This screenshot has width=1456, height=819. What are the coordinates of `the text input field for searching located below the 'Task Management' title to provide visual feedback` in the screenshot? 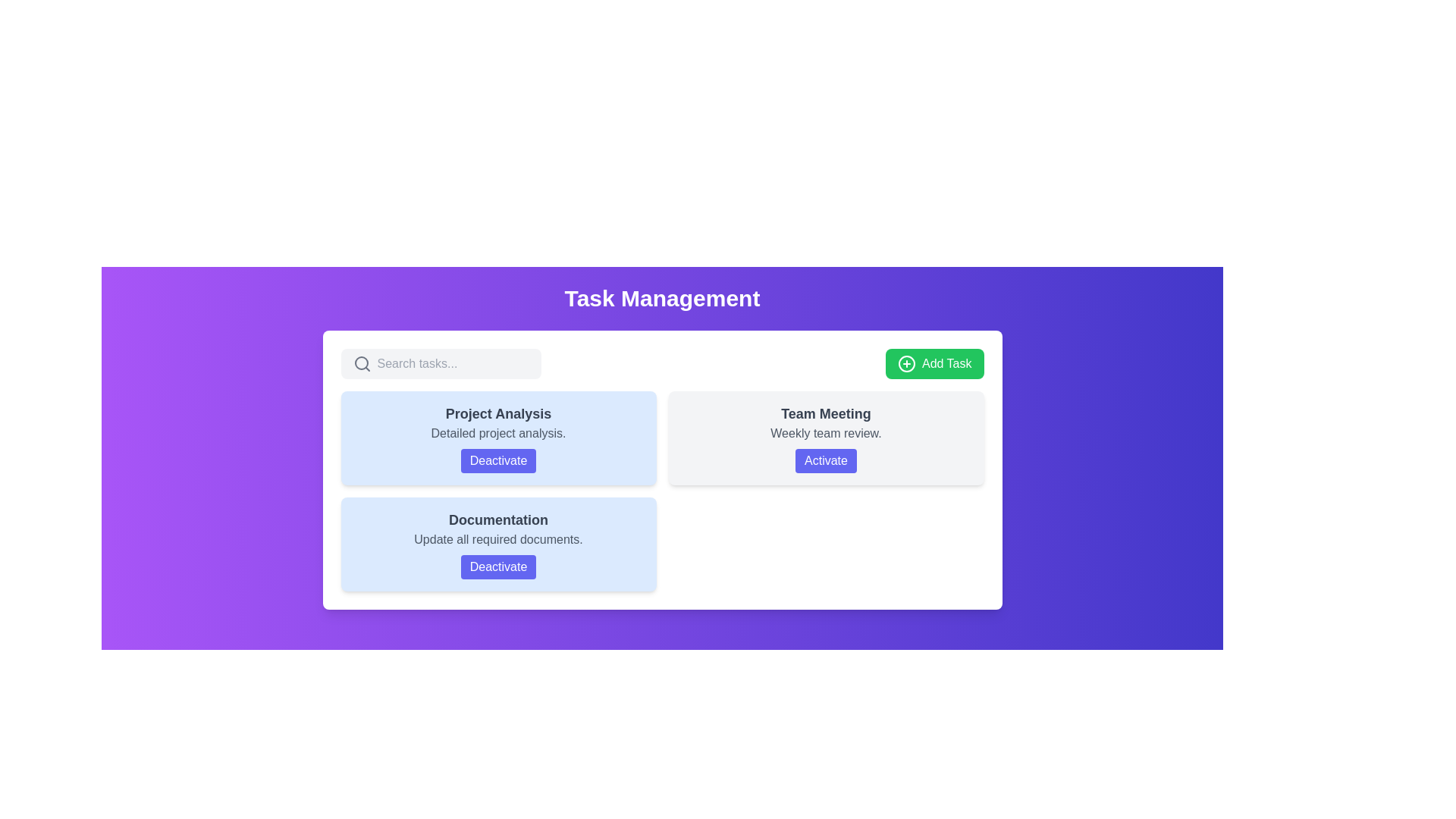 It's located at (440, 363).